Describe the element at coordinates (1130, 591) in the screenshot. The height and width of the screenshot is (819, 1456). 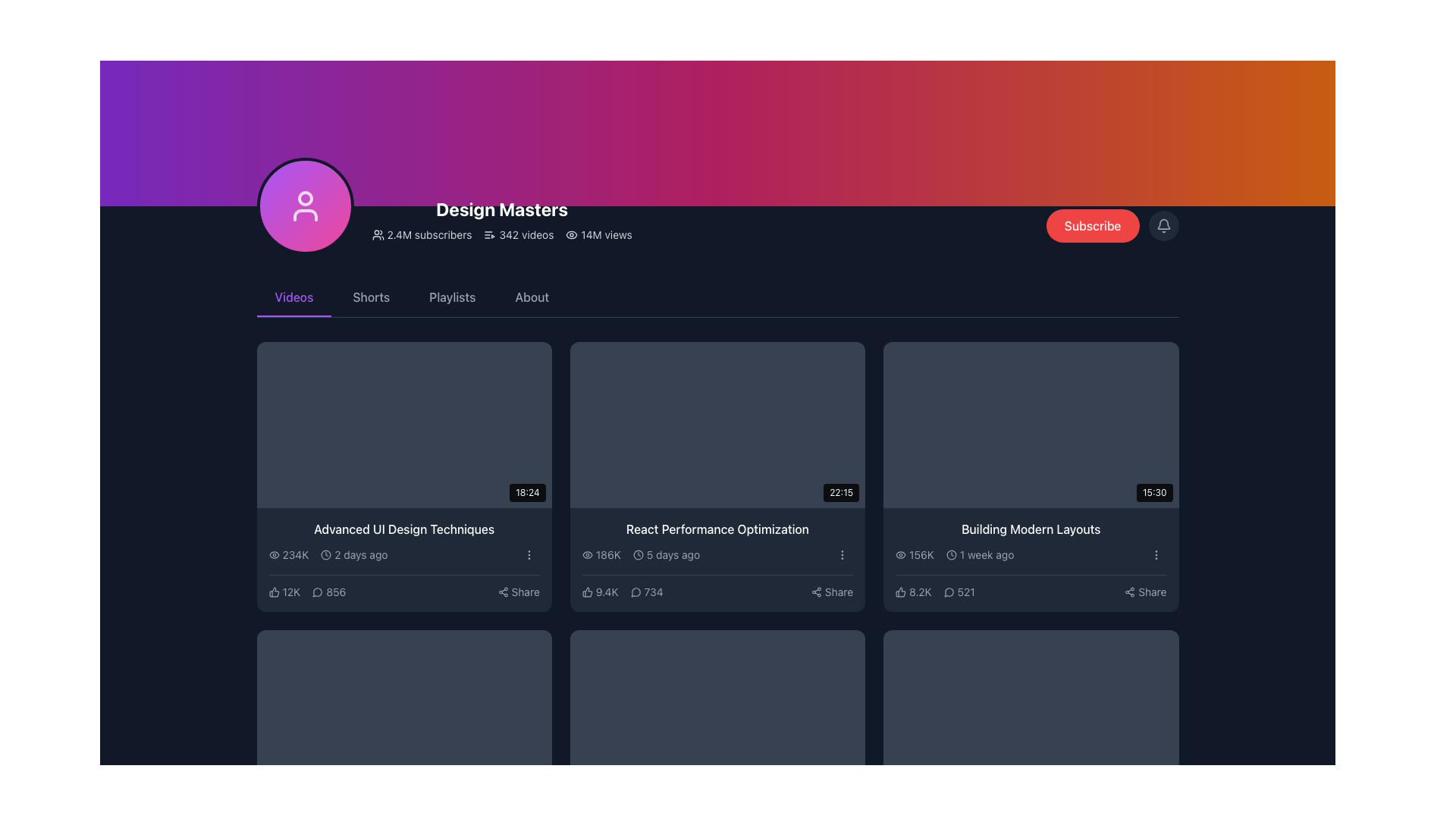
I see `the SVG share icon graphic located in the bottom-right corner of the 'Share' button for the 'Building Modern Layouts' video` at that location.